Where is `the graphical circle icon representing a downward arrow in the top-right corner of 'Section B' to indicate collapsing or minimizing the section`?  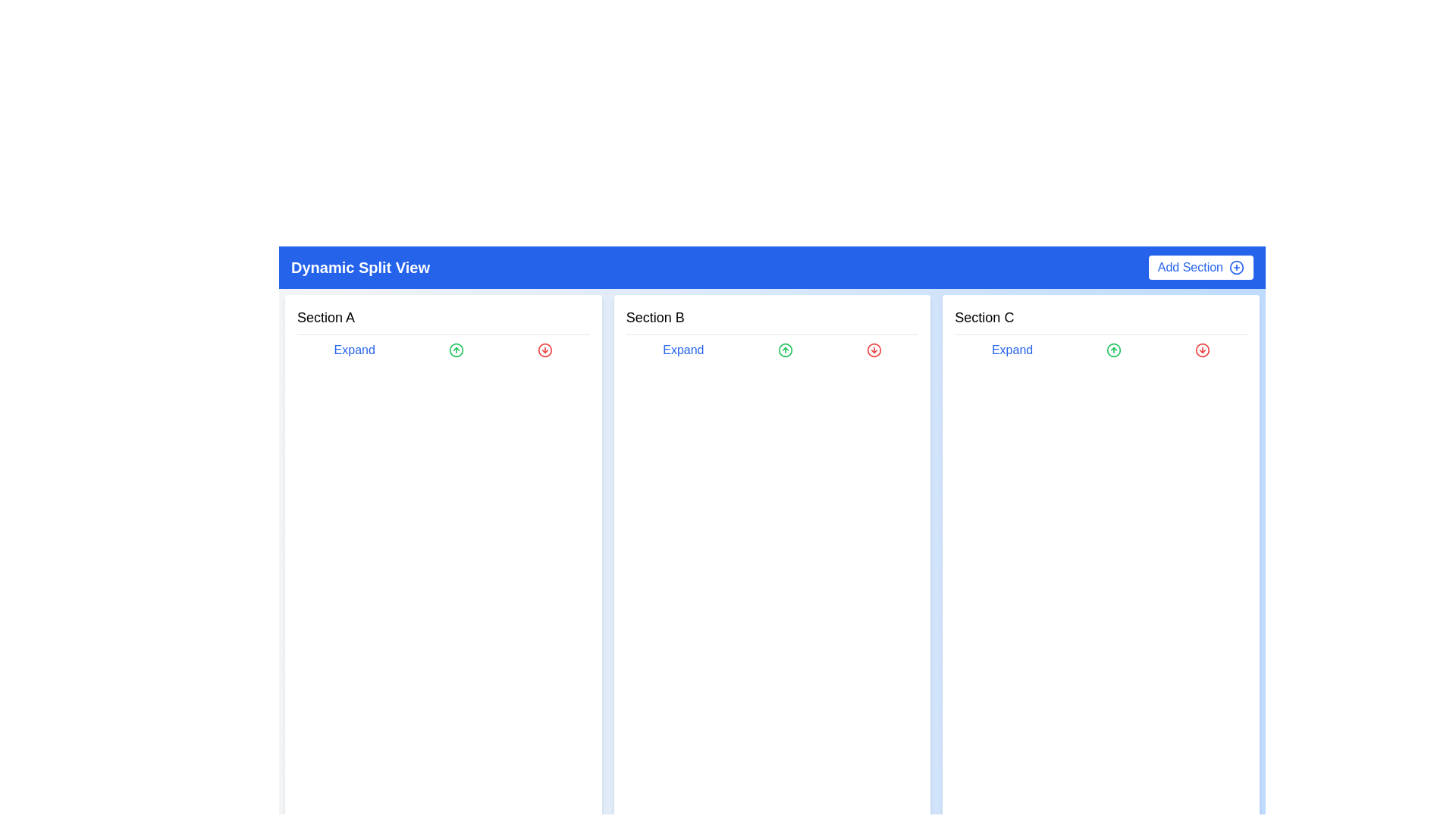
the graphical circle icon representing a downward arrow in the top-right corner of 'Section B' to indicate collapsing or minimizing the section is located at coordinates (874, 350).